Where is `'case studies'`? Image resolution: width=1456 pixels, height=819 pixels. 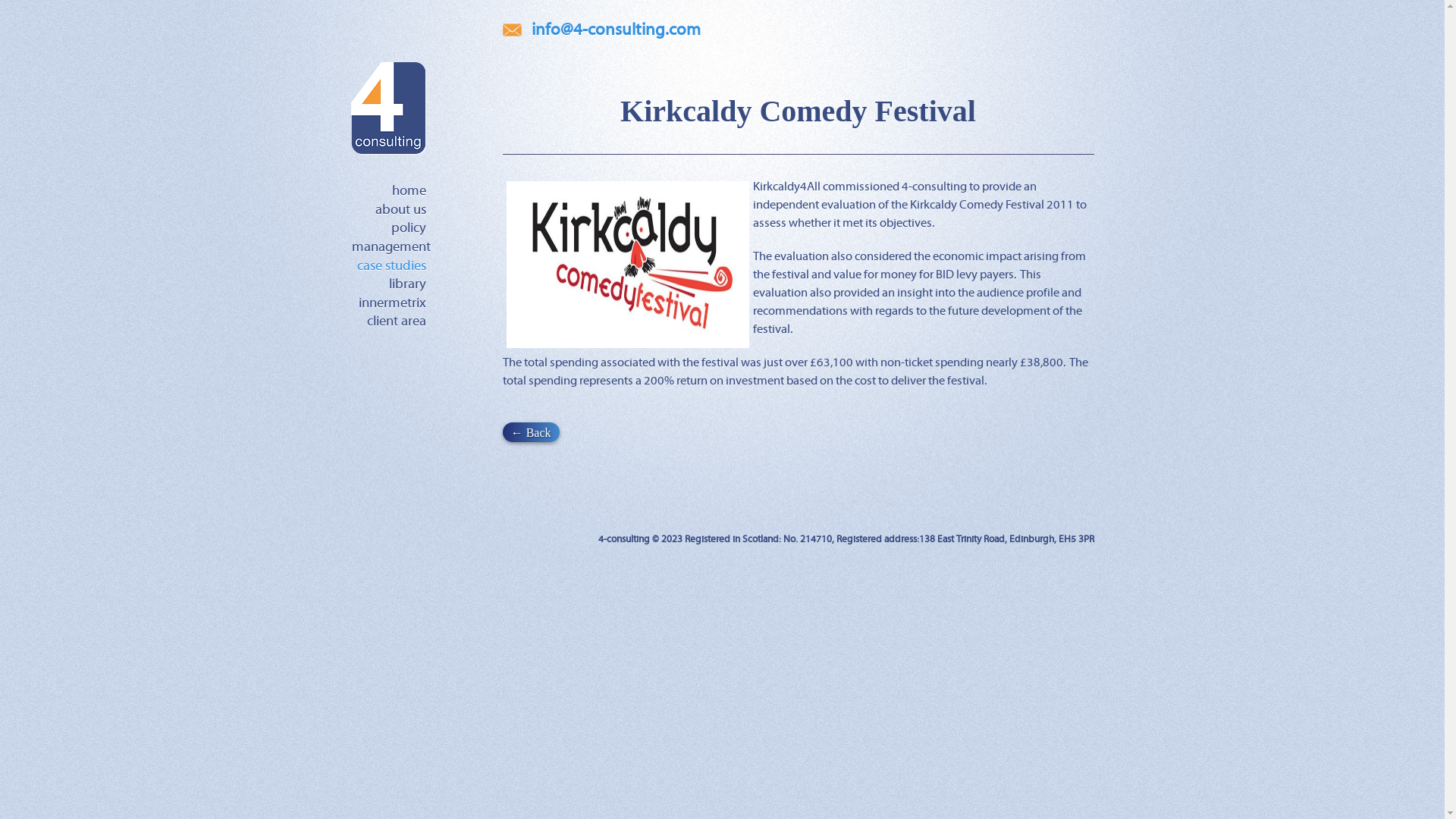 'case studies' is located at coordinates (391, 265).